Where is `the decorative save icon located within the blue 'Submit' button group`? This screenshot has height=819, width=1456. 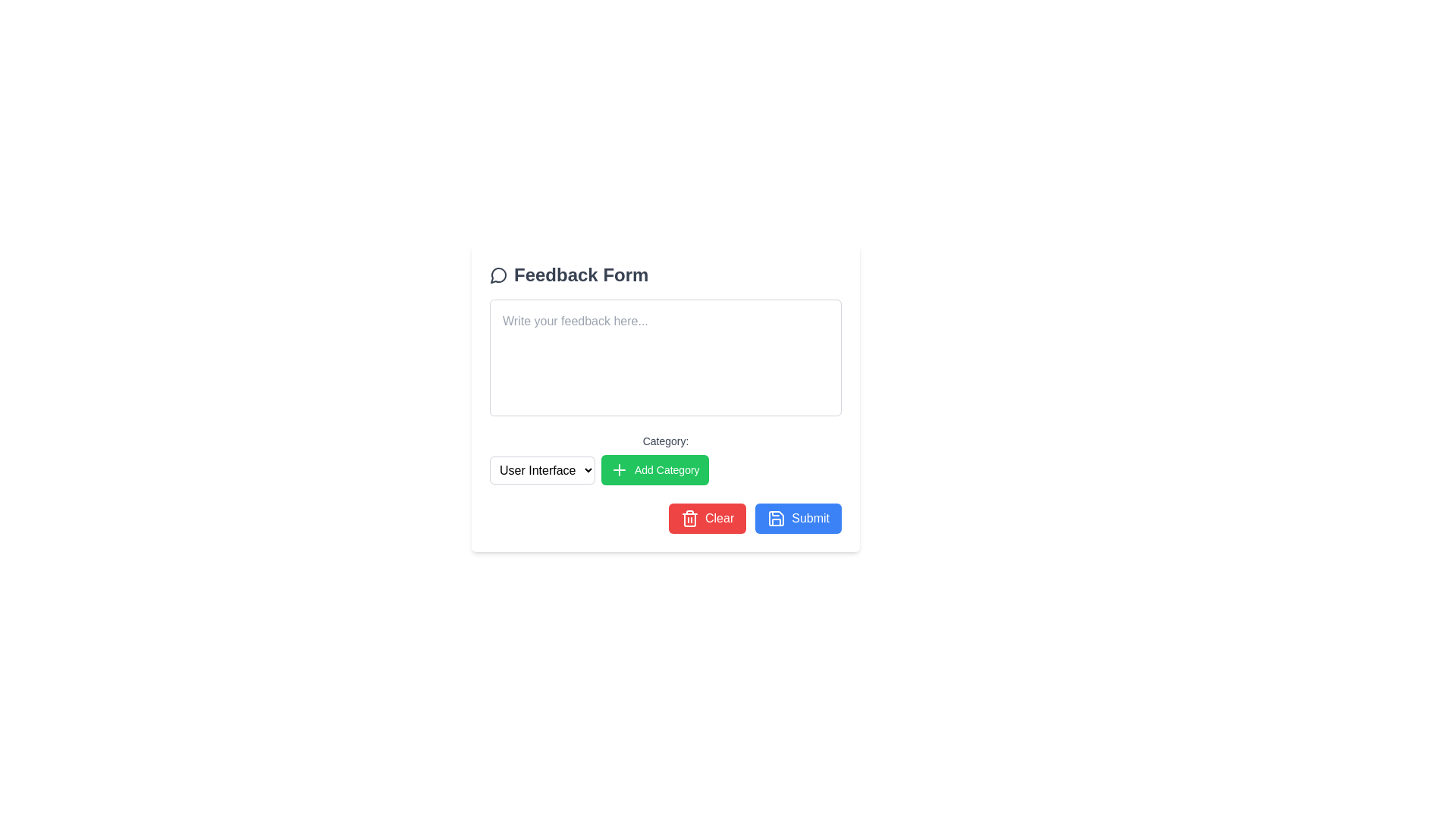
the decorative save icon located within the blue 'Submit' button group is located at coordinates (777, 517).